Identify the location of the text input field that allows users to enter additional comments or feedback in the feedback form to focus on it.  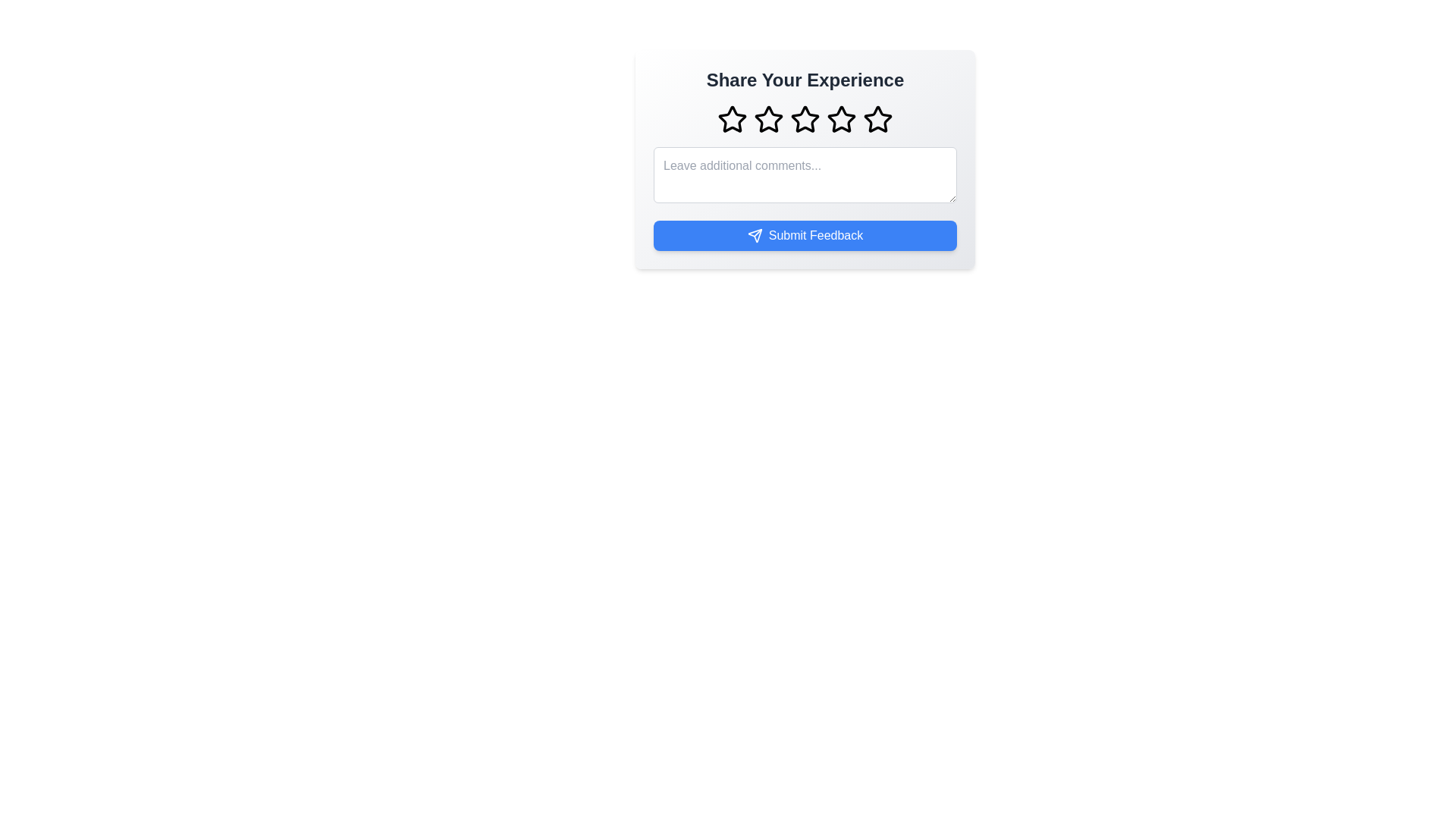
(804, 159).